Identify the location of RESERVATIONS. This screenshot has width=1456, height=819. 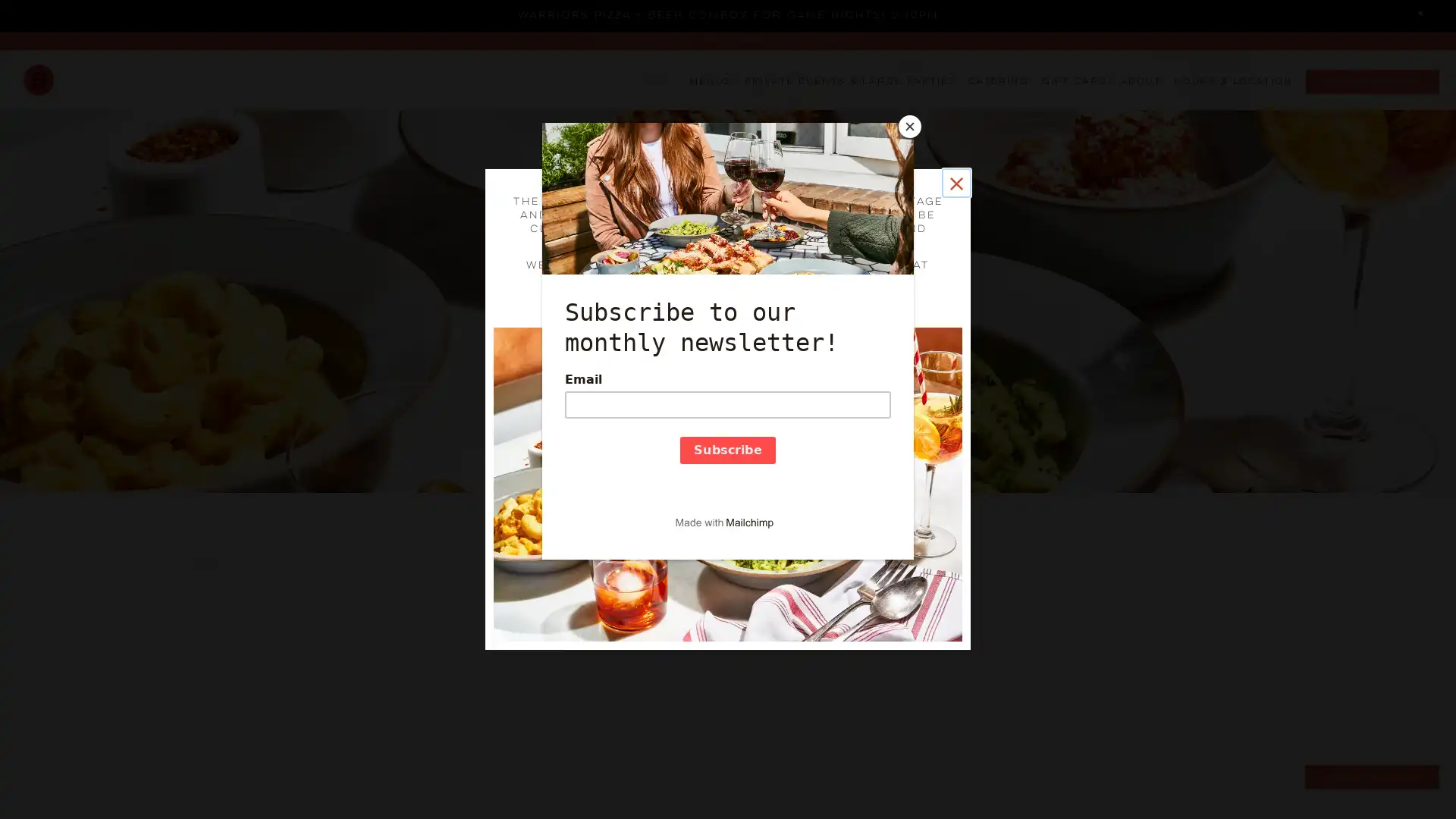
(1372, 82).